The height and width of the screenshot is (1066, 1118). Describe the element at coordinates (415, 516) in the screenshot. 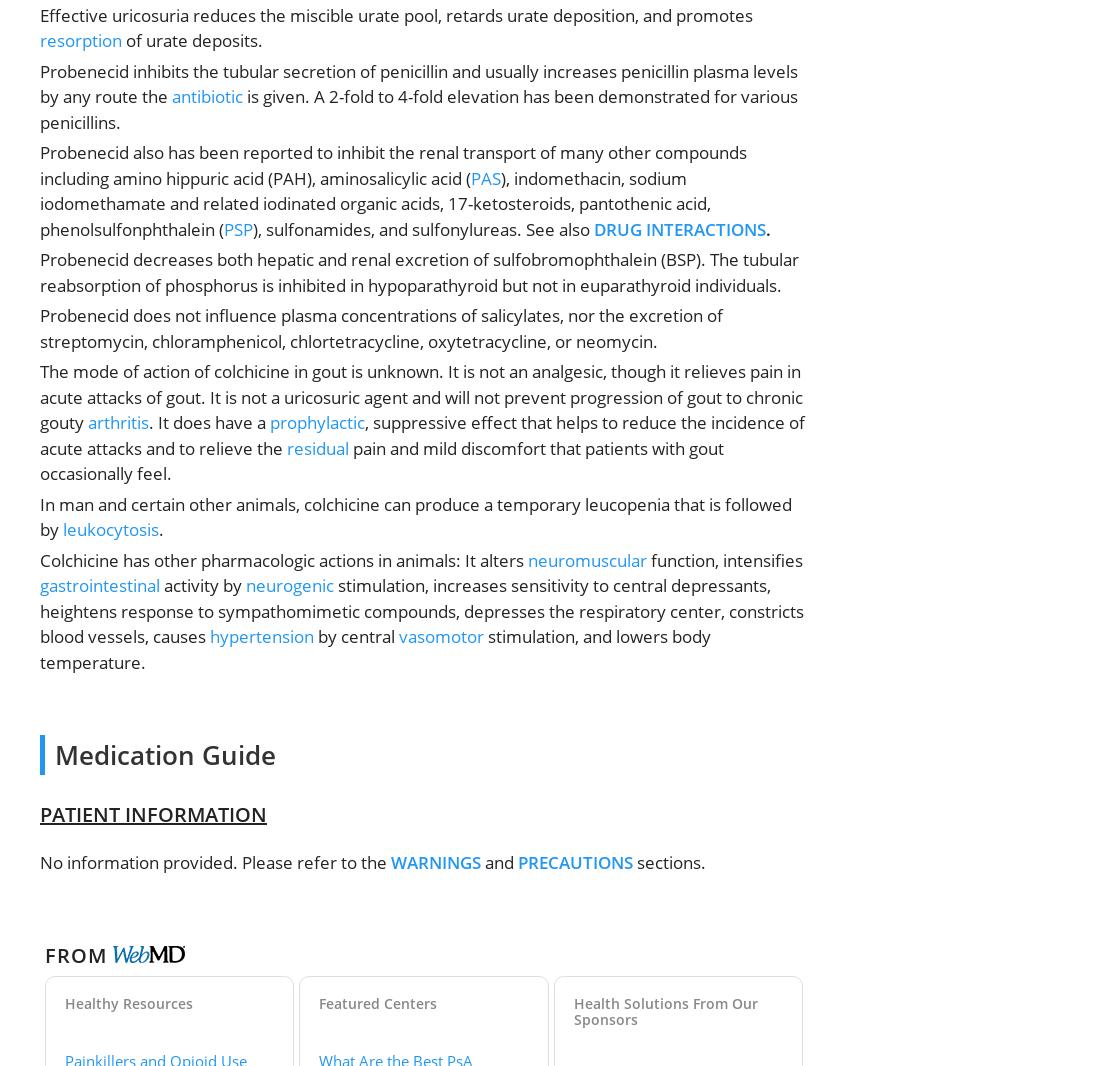

I see `'In man and certain other animals, colchicine can produce a temporary leucopenia 
  that is followed by'` at that location.